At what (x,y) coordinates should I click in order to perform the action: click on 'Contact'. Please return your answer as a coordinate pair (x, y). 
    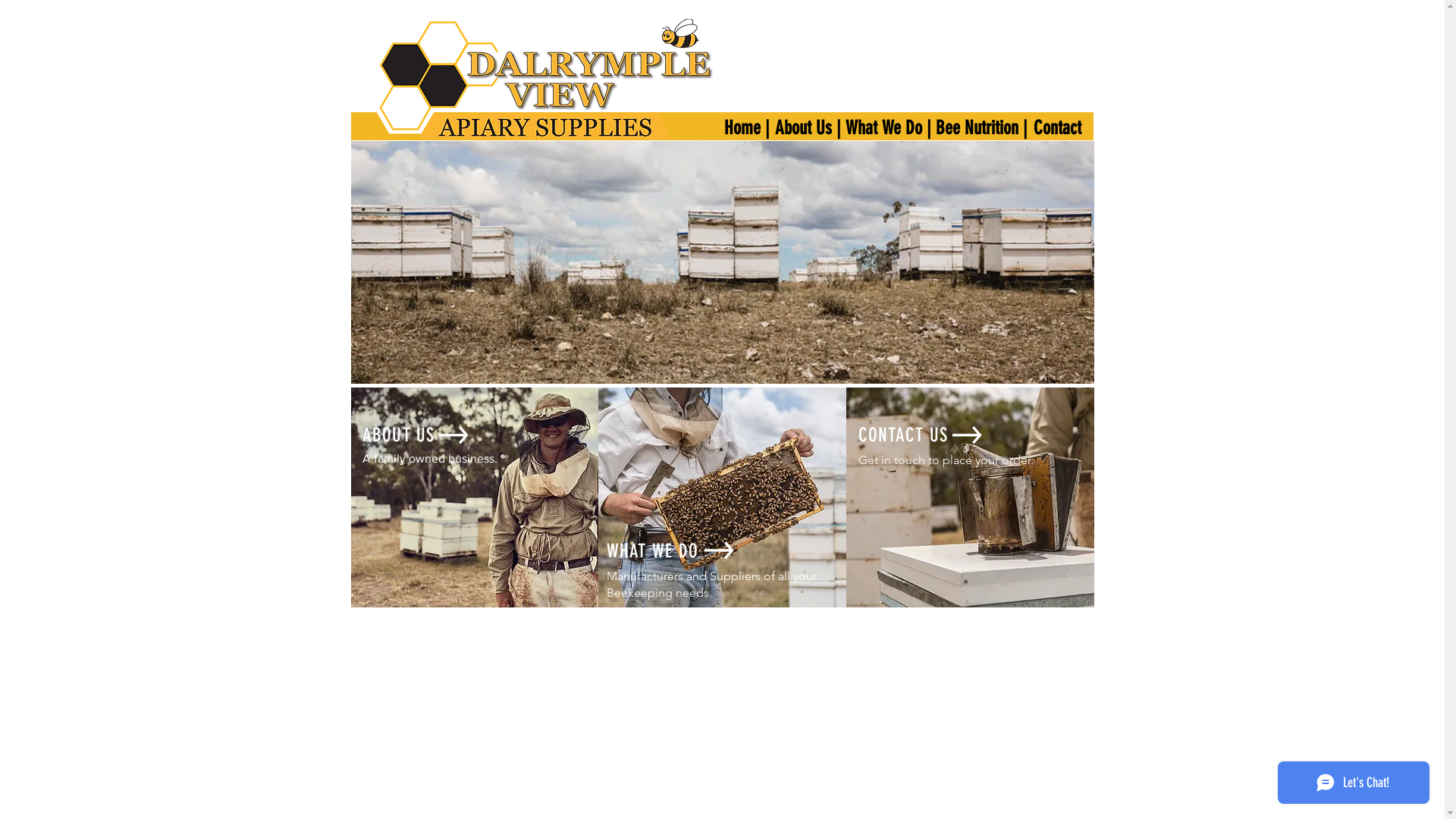
    Looking at the image, I should click on (1057, 127).